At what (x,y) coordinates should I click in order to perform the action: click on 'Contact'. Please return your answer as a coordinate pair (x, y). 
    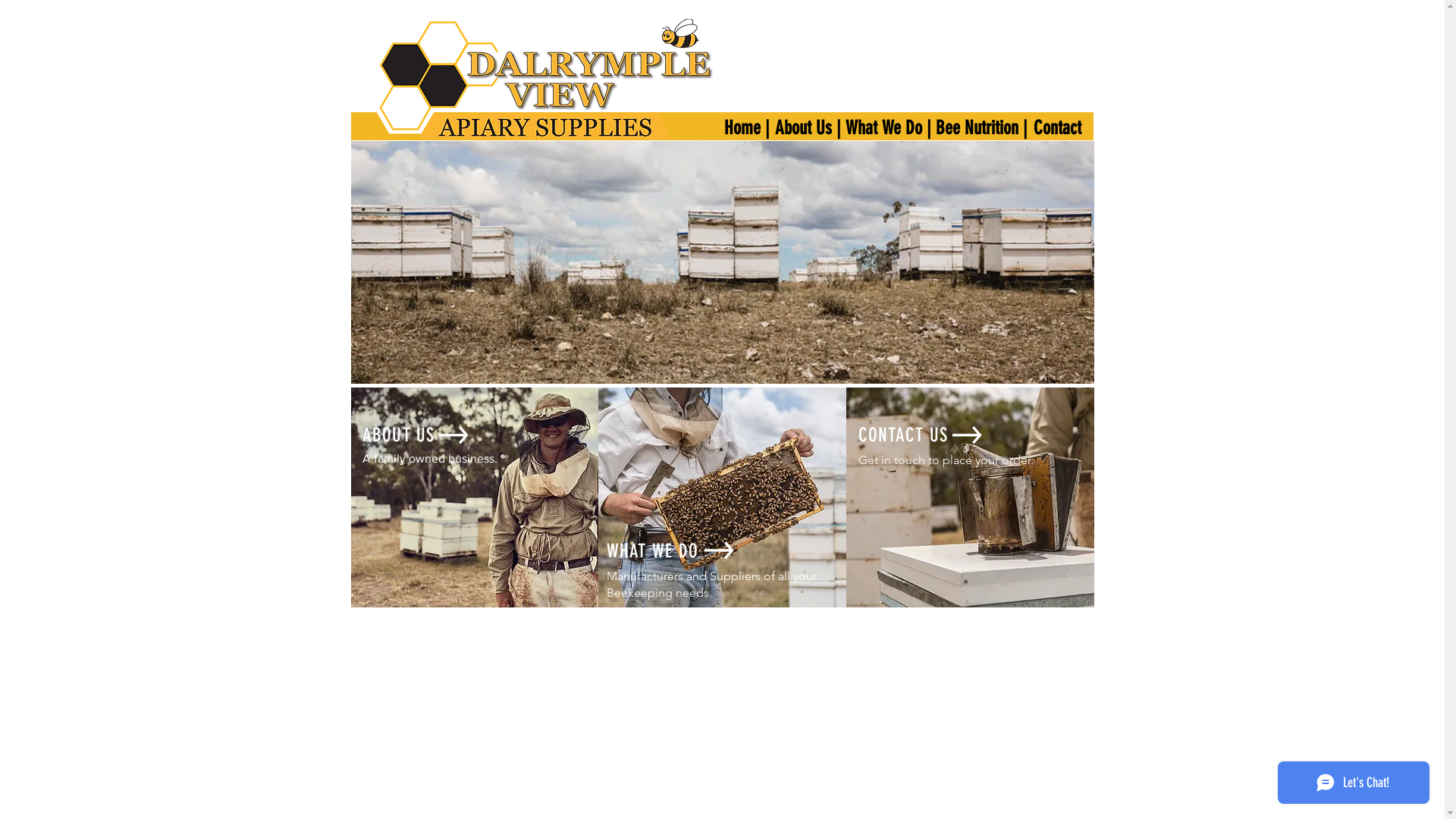
    Looking at the image, I should click on (1057, 127).